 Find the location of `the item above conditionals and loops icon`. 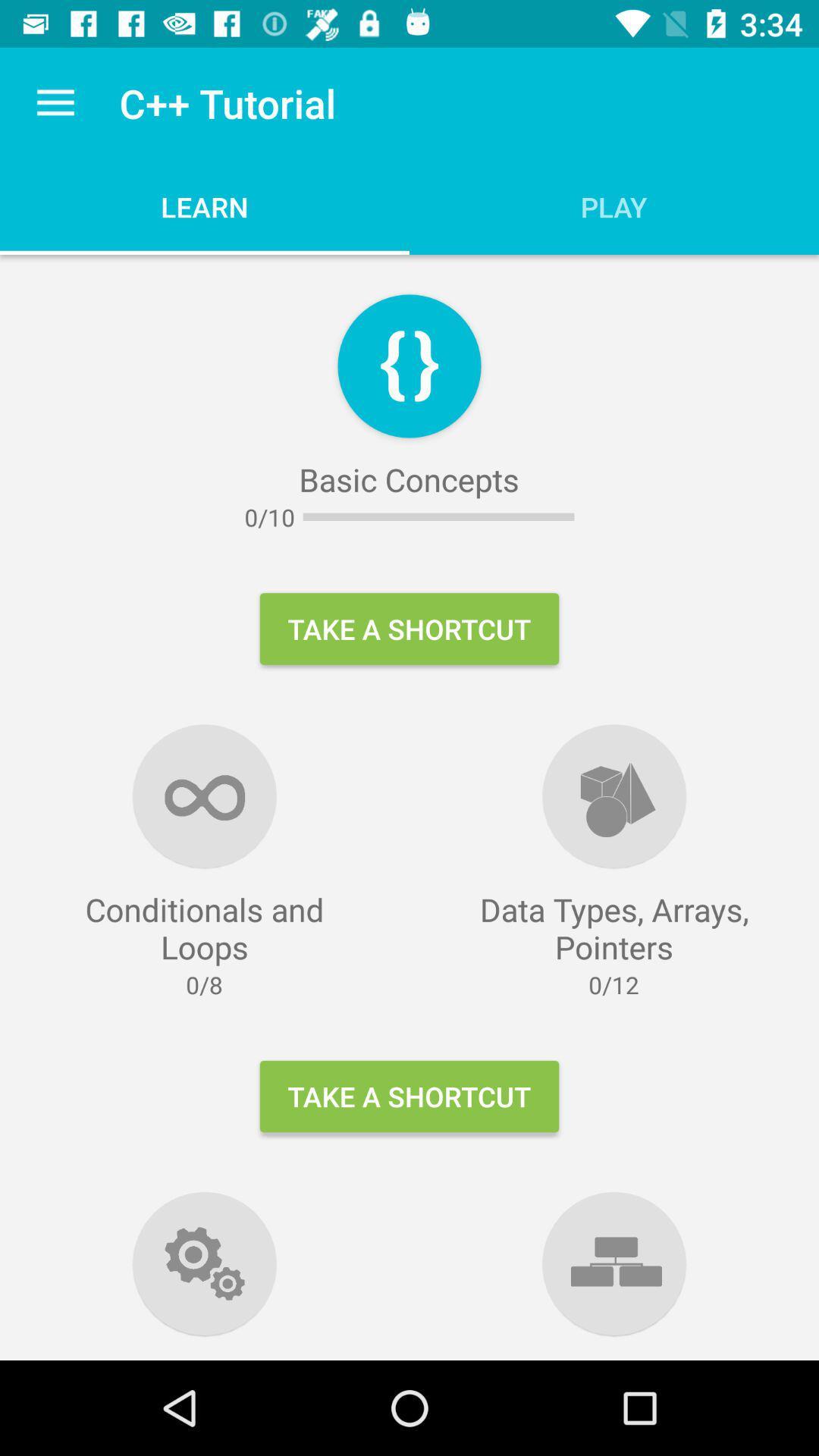

the item above conditionals and loops icon is located at coordinates (55, 102).